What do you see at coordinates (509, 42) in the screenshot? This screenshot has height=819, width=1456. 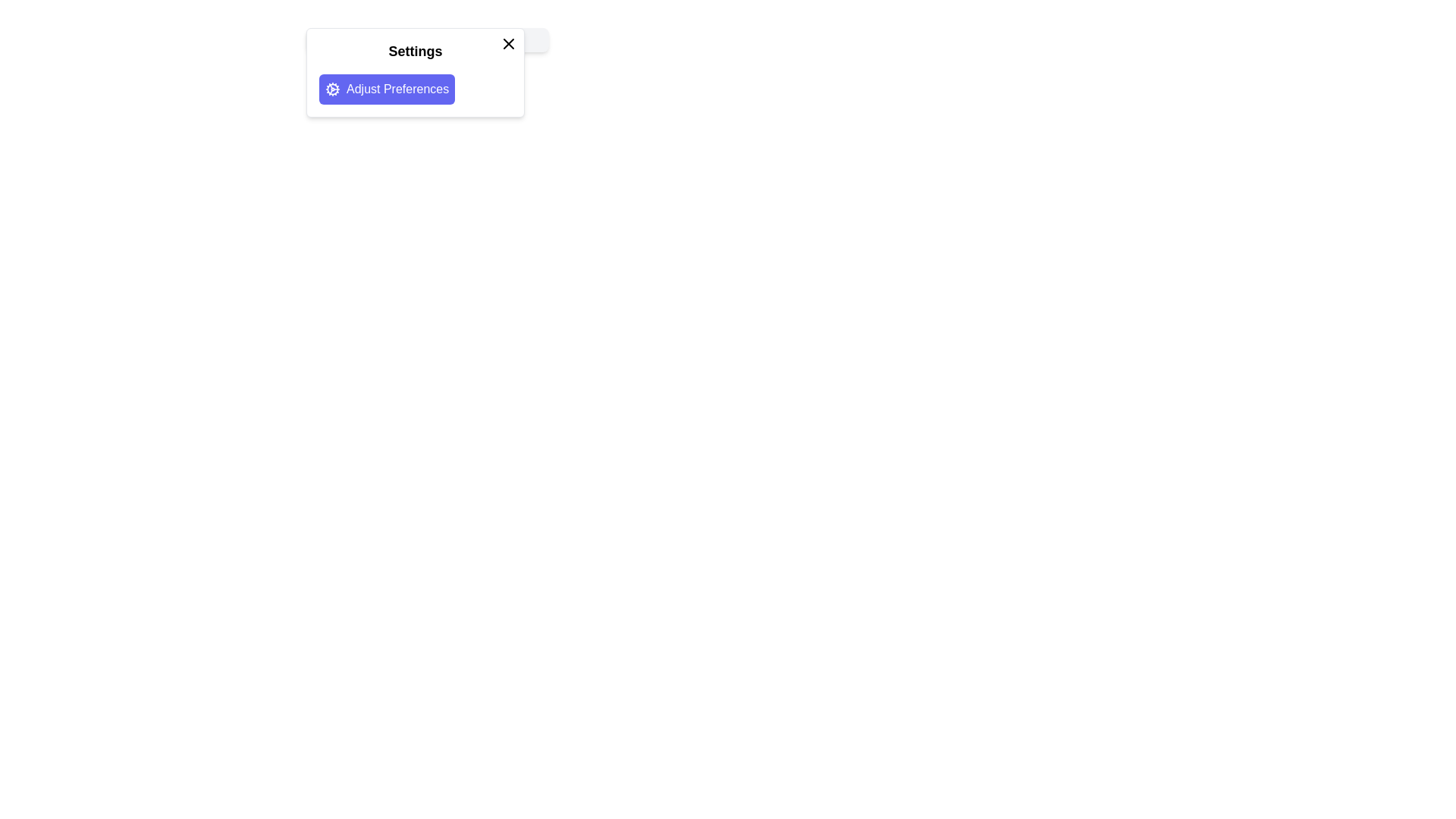 I see `the close button located at the top-right corner of the 'Settings' pop-up panel` at bounding box center [509, 42].